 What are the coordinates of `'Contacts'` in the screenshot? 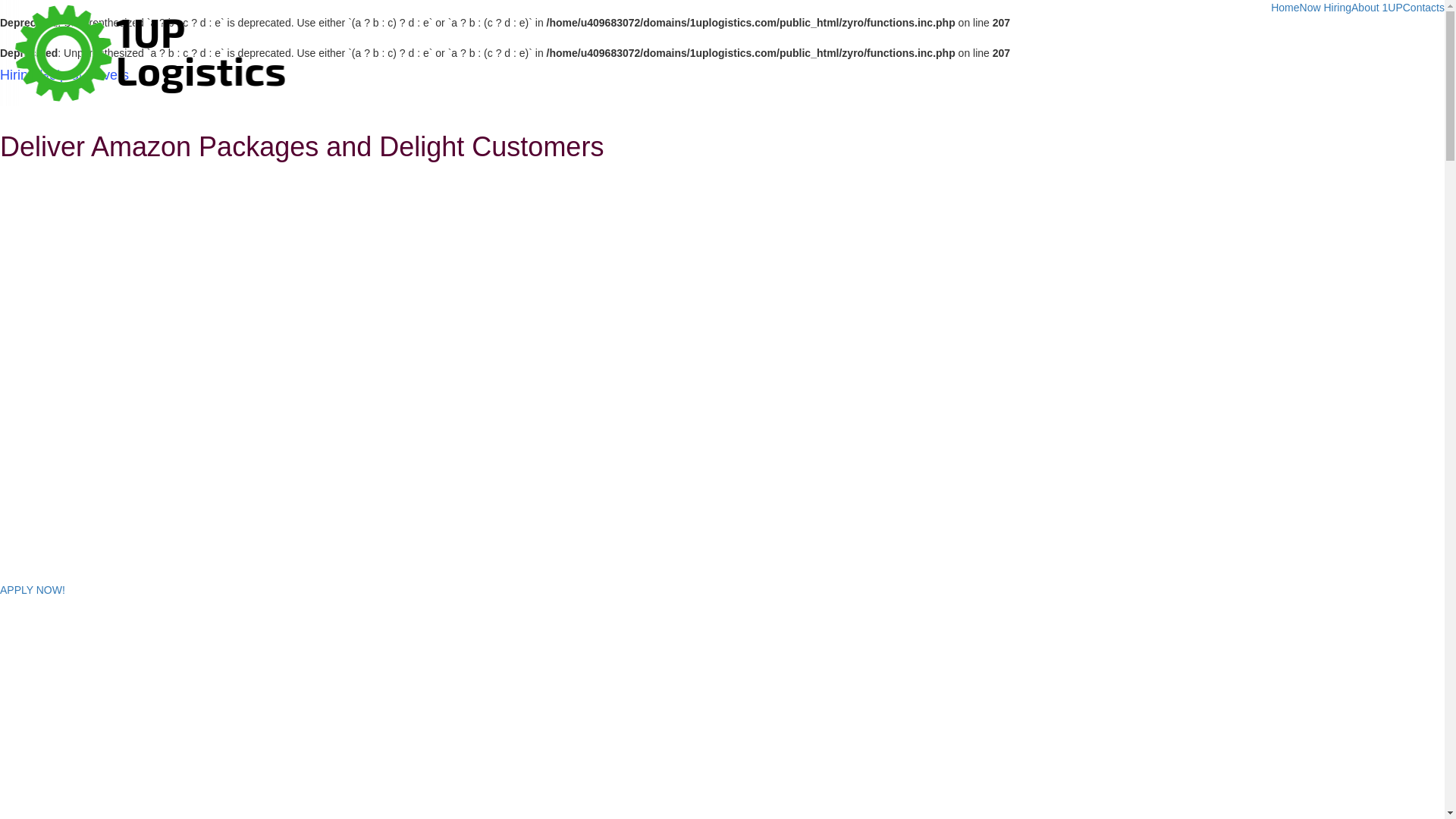 It's located at (1423, 8).